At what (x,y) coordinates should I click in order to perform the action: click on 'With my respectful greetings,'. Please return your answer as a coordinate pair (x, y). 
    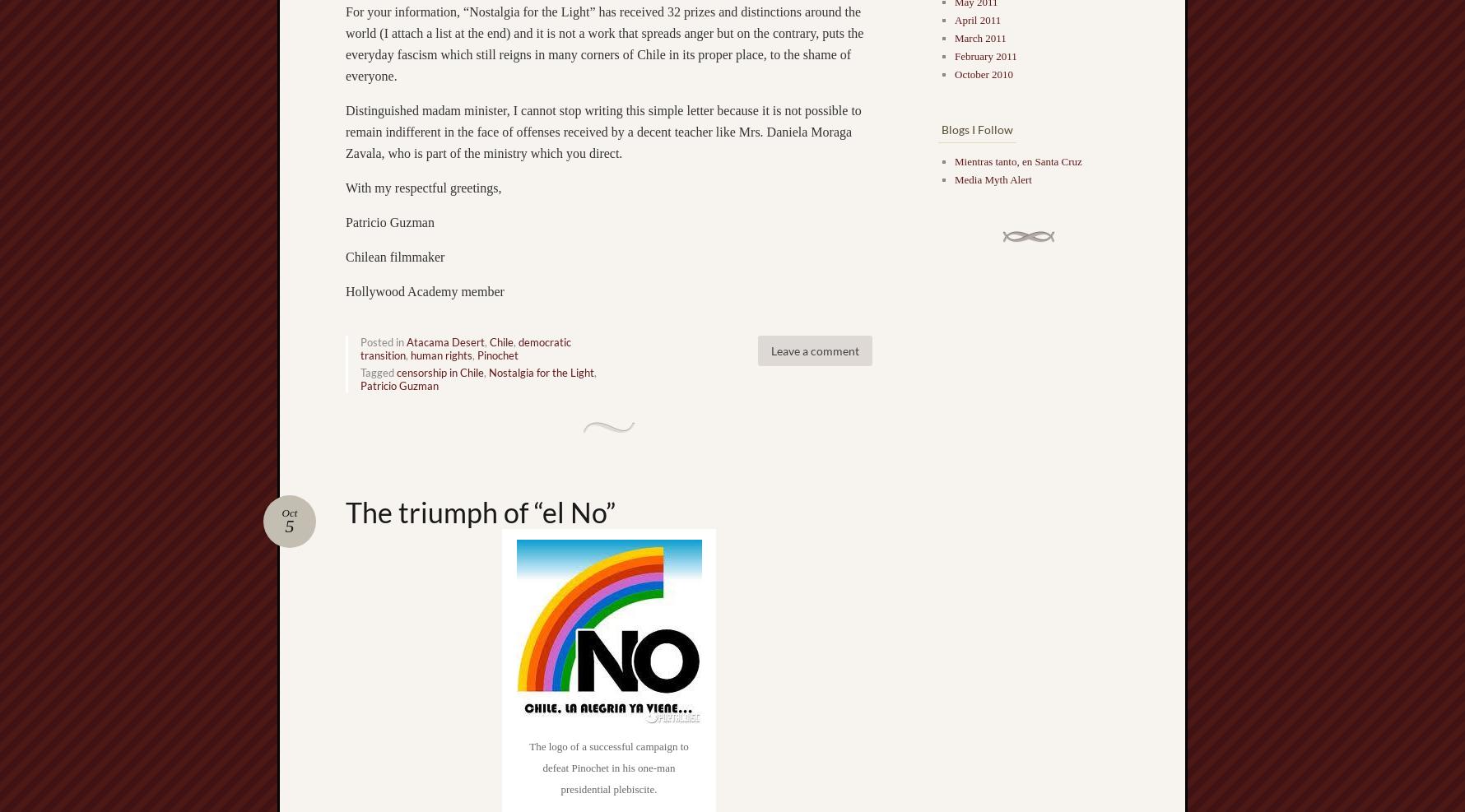
    Looking at the image, I should click on (423, 187).